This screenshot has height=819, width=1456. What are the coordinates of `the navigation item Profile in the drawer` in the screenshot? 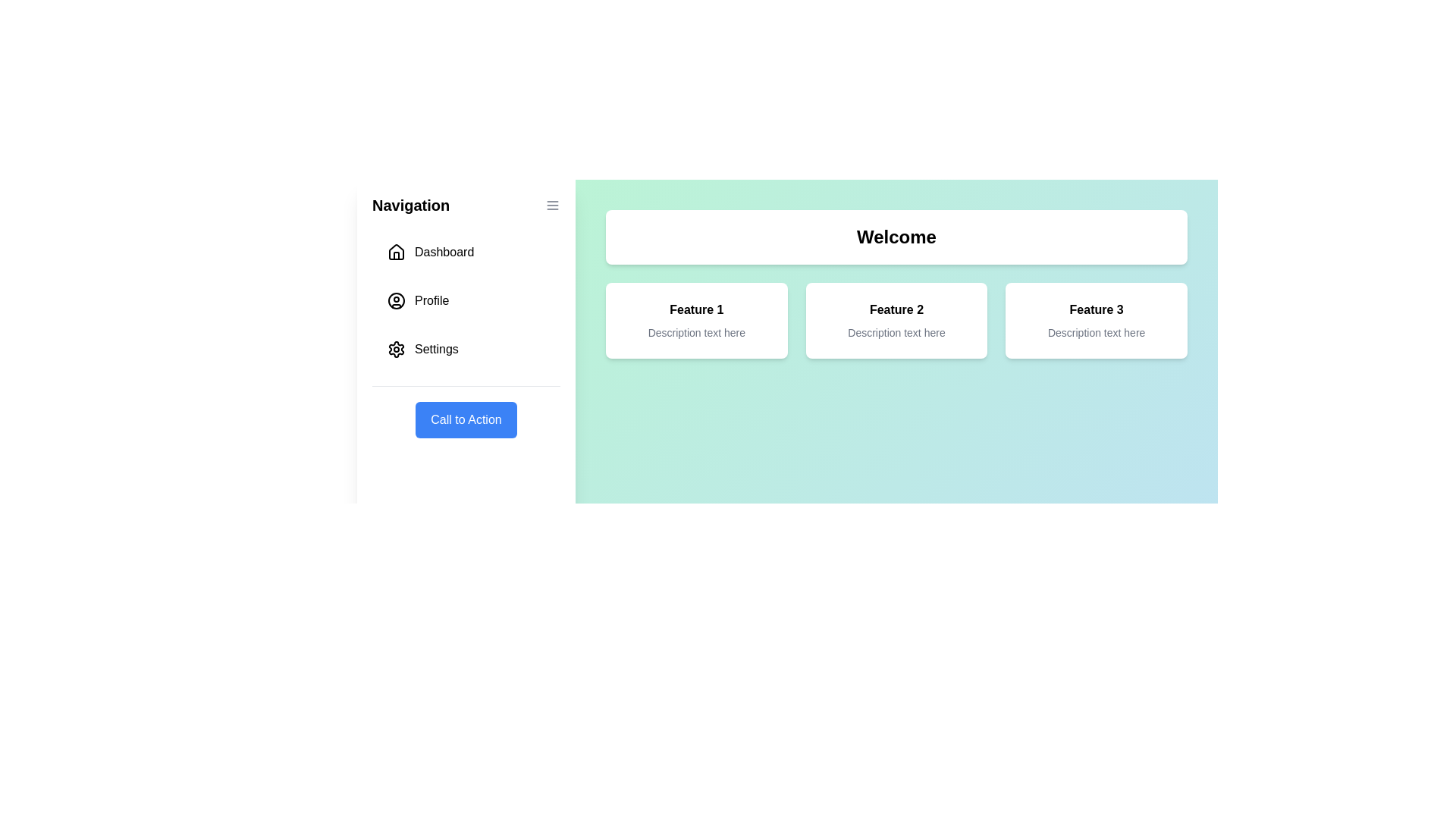 It's located at (465, 301).